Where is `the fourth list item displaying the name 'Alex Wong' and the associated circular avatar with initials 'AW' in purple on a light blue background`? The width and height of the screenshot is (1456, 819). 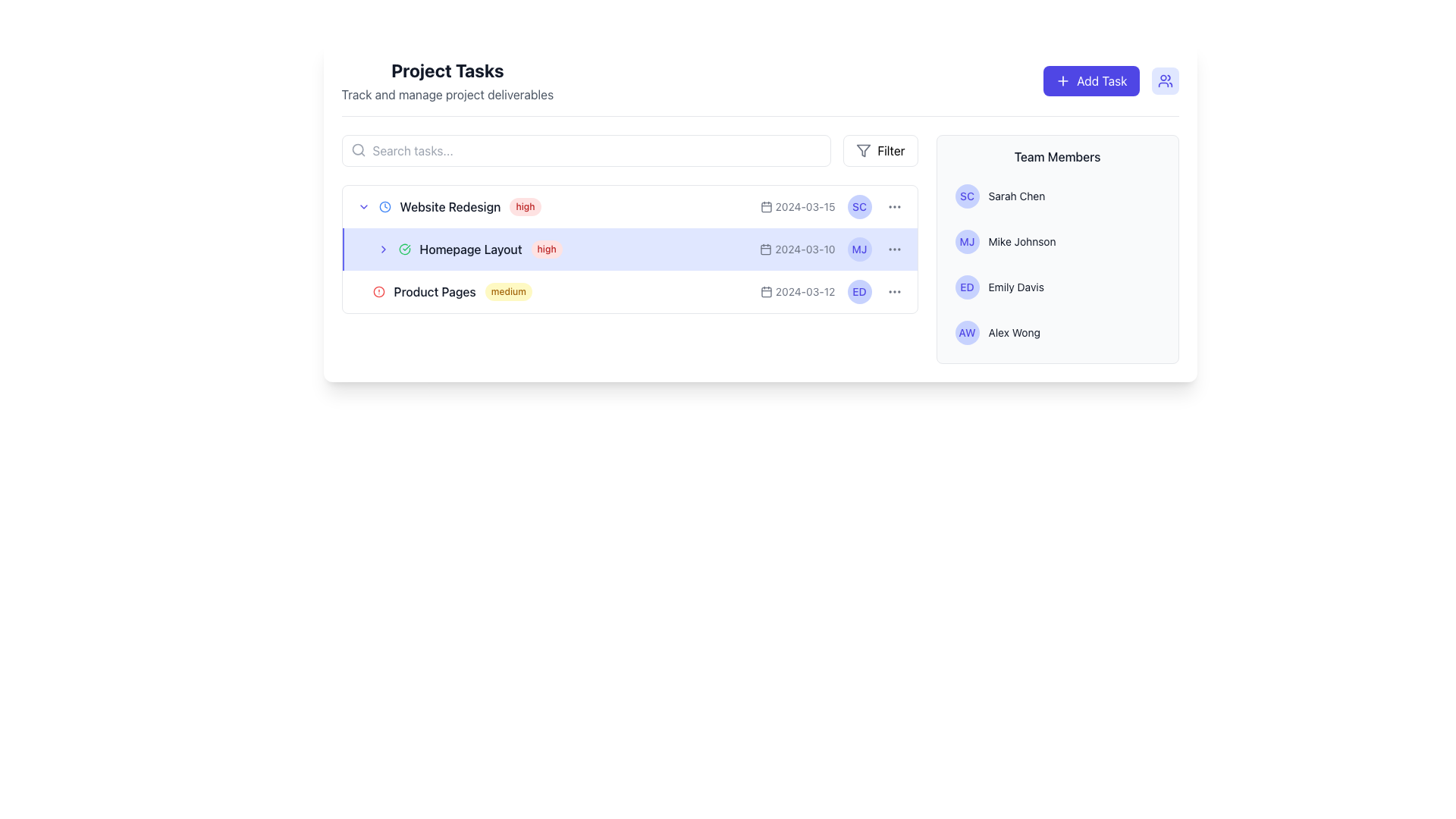 the fourth list item displaying the name 'Alex Wong' and the associated circular avatar with initials 'AW' in purple on a light blue background is located at coordinates (1056, 332).